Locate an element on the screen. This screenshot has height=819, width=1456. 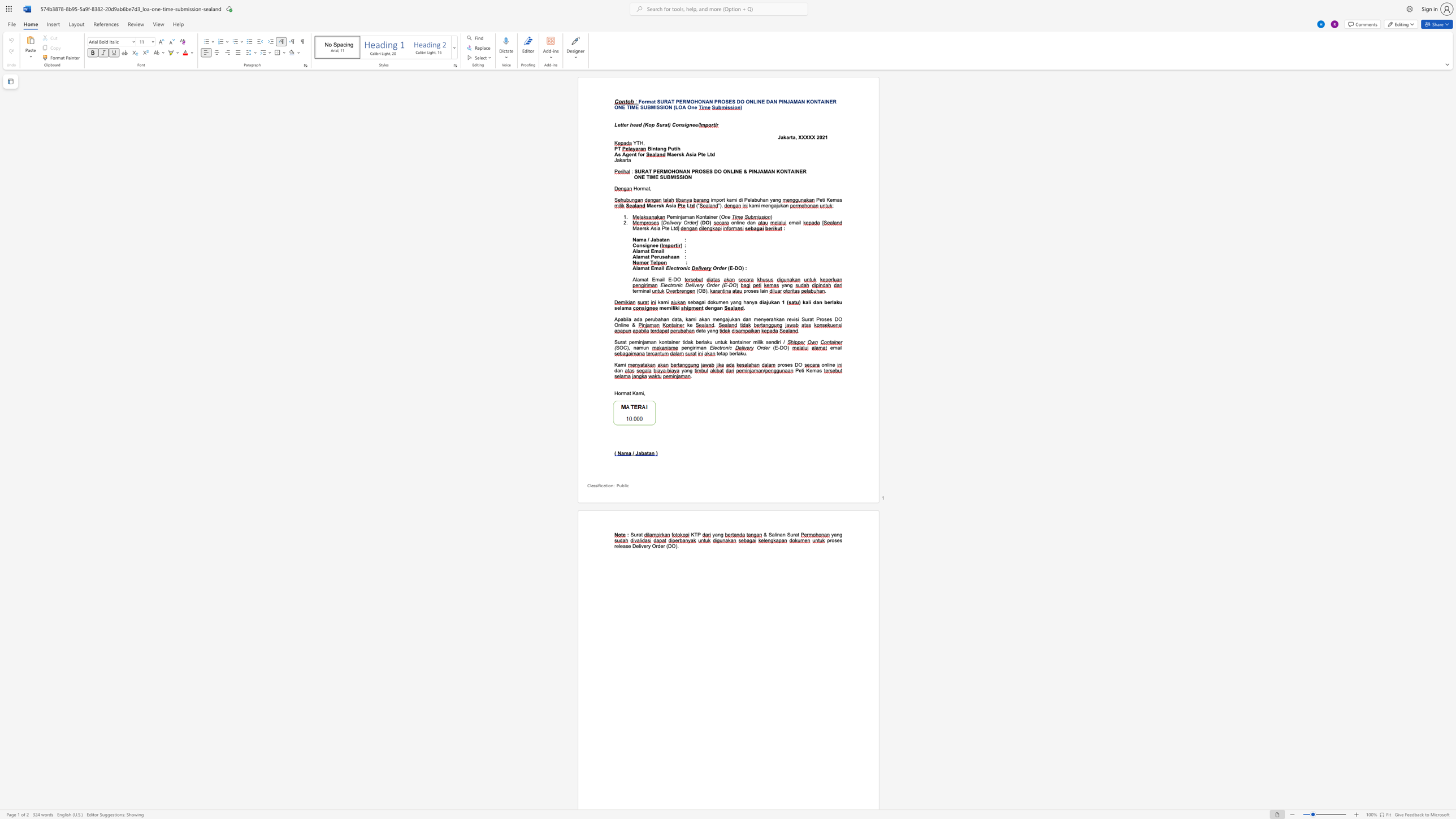
the subset text "ONTAIN" within the text "SURAT PERMOHONAN PROSES DO ONLINE & PINJAMAN KONTAINER" is located at coordinates (779, 171).